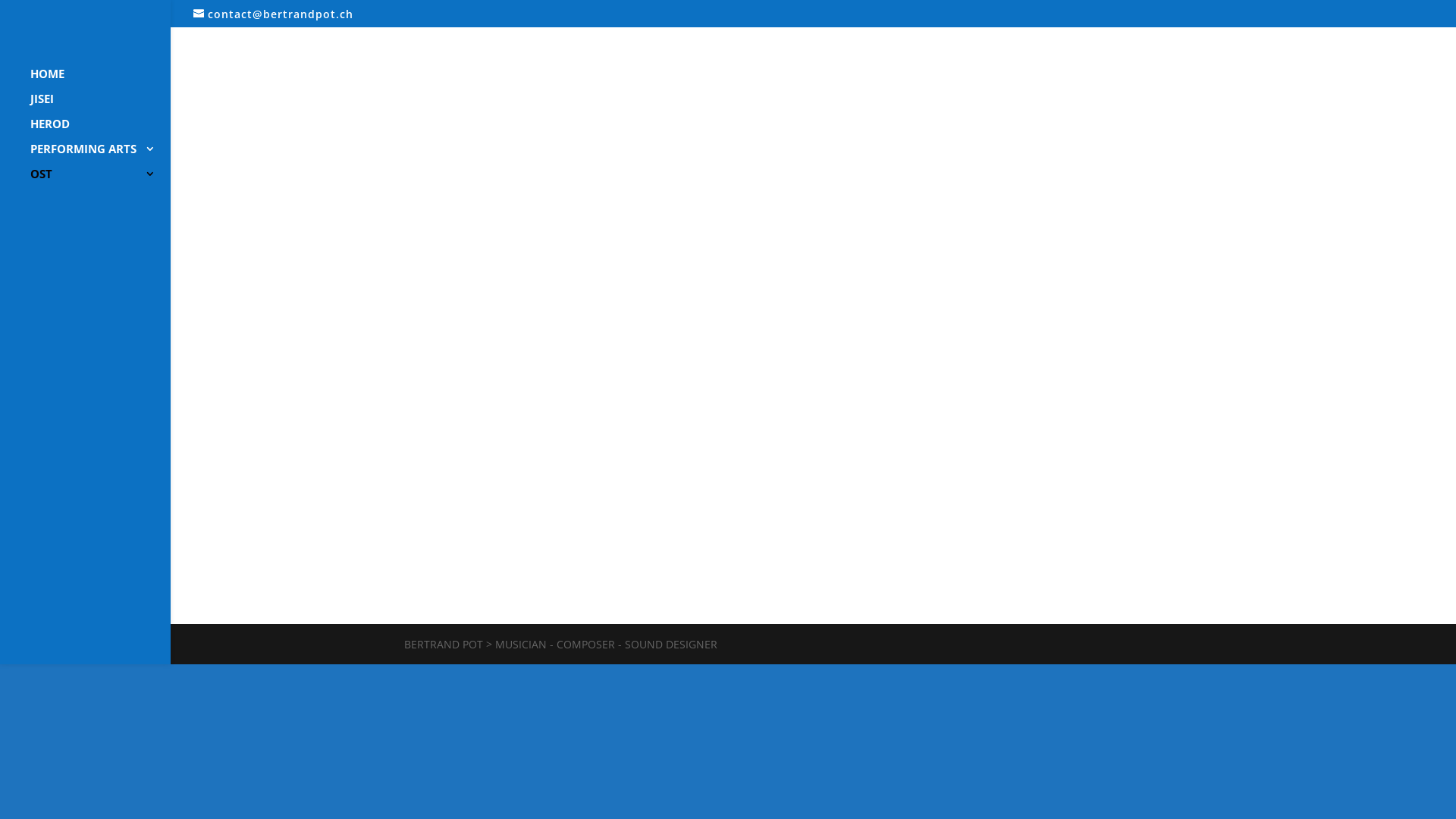 The image size is (1456, 819). What do you see at coordinates (99, 80) in the screenshot?
I see `'HOME'` at bounding box center [99, 80].